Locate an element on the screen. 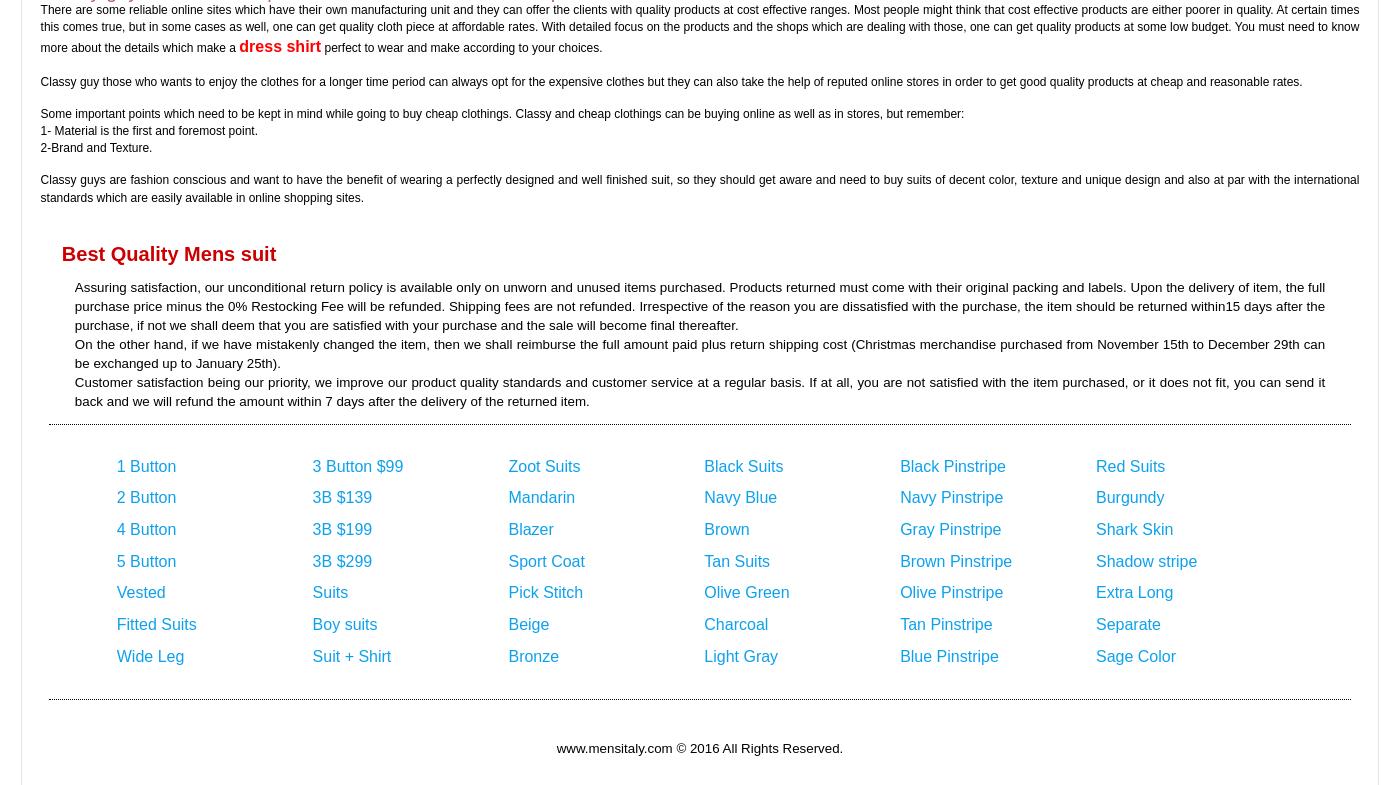  'Light Gray' is located at coordinates (741, 655).